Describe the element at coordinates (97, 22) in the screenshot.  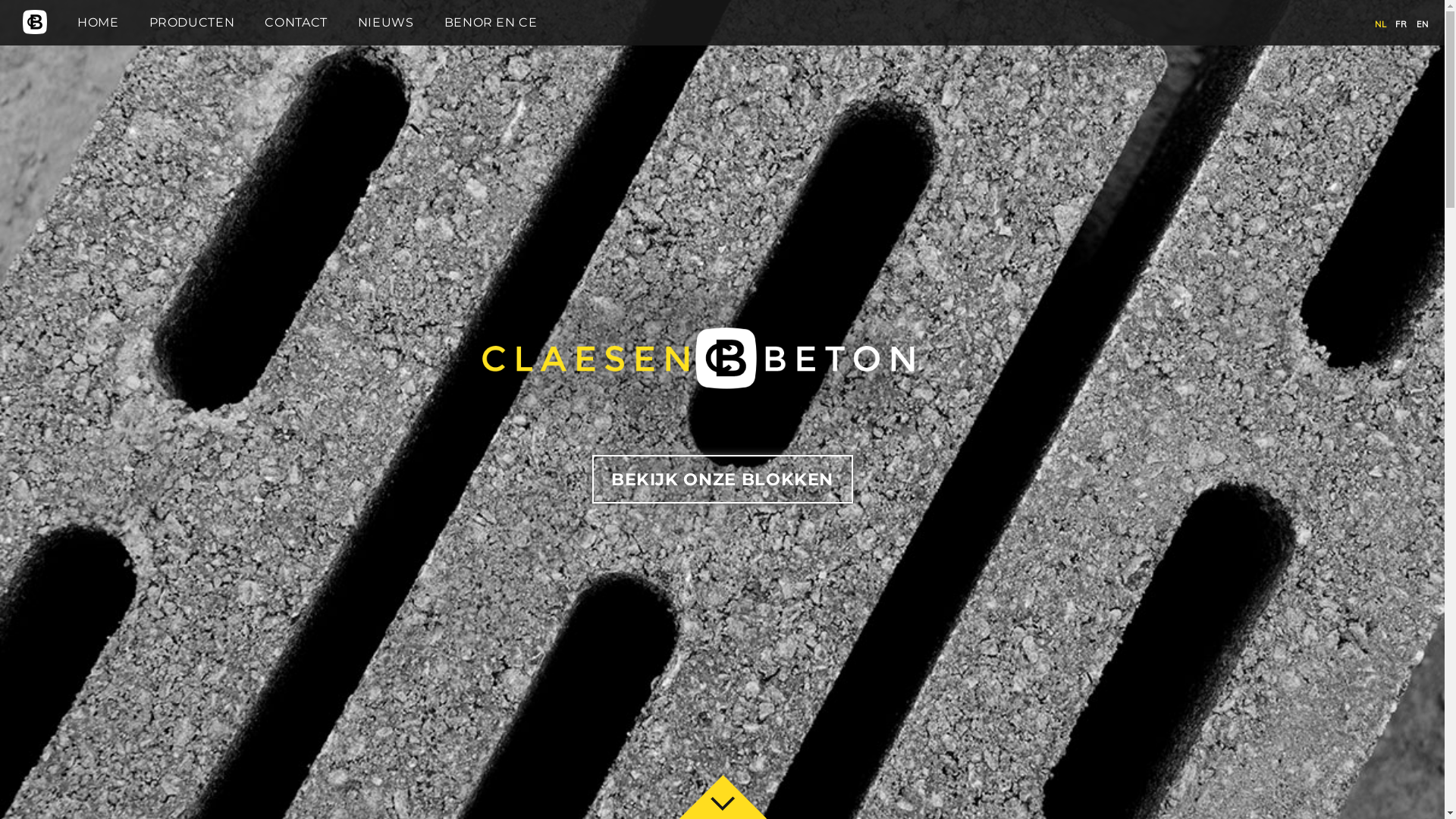
I see `'HOME'` at that location.